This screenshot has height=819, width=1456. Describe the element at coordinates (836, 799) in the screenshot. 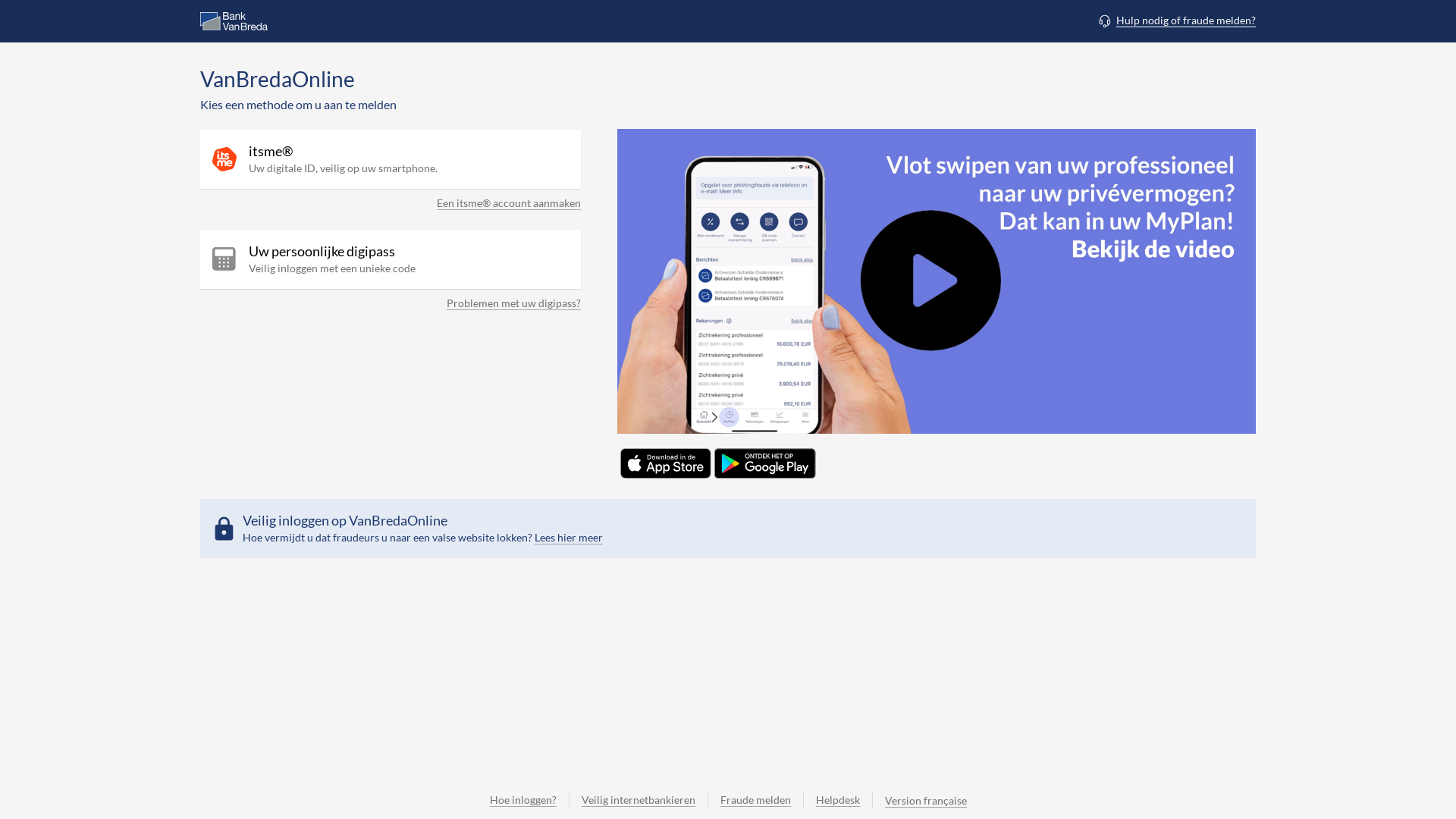

I see `'Helpdesk'` at that location.